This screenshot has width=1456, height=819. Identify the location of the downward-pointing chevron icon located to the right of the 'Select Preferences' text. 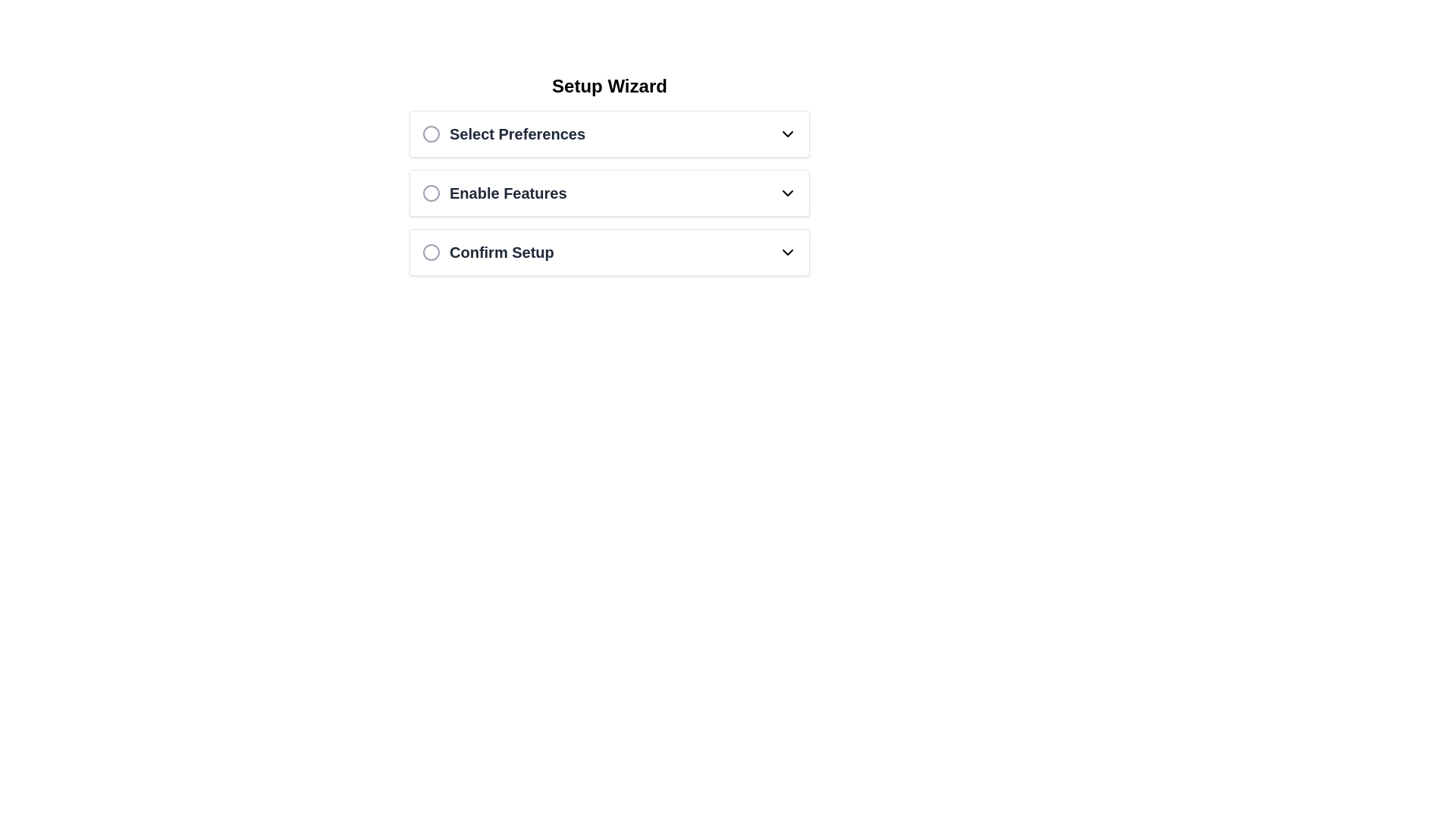
(787, 133).